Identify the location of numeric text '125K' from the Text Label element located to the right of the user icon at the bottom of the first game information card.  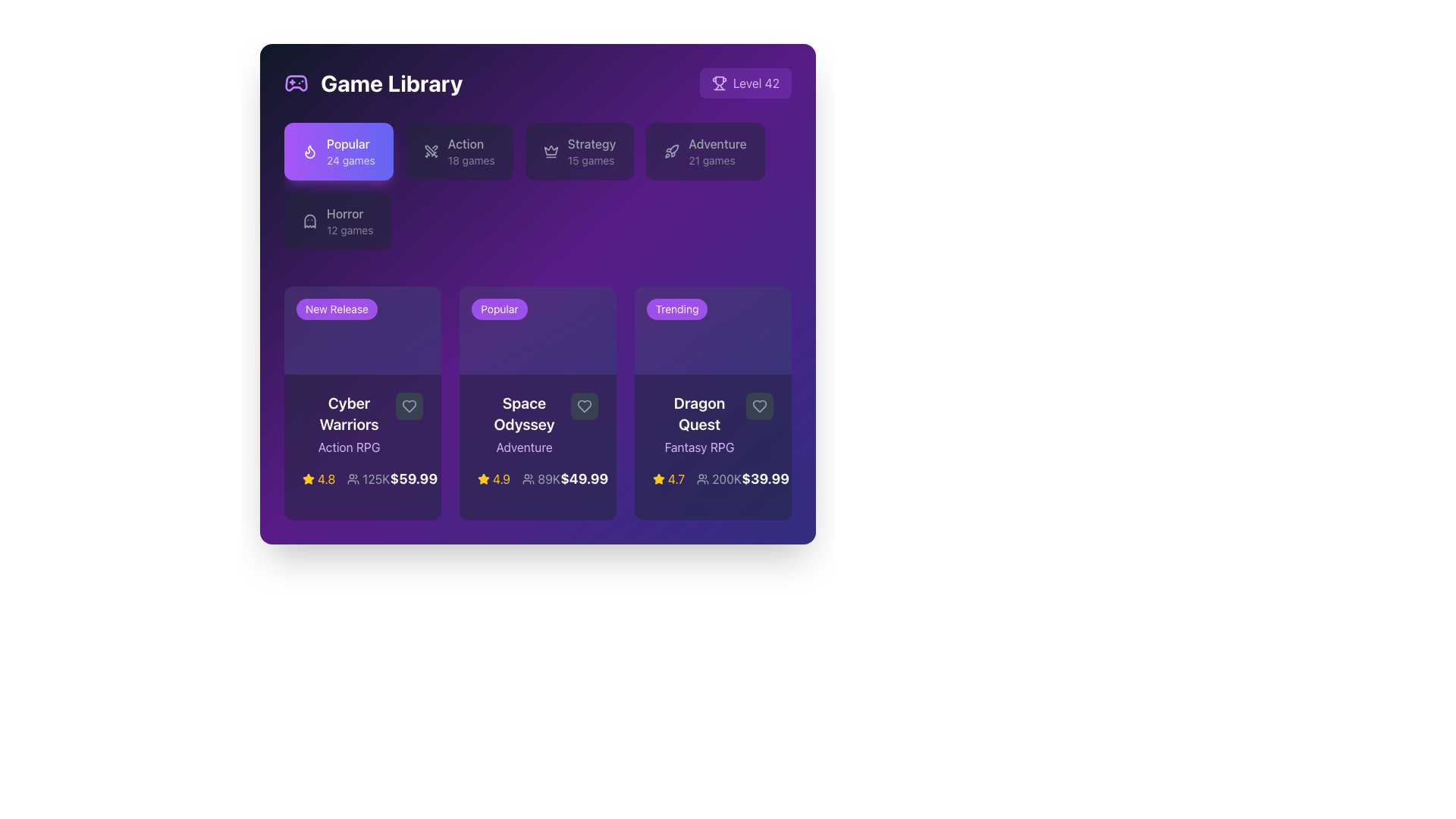
(376, 479).